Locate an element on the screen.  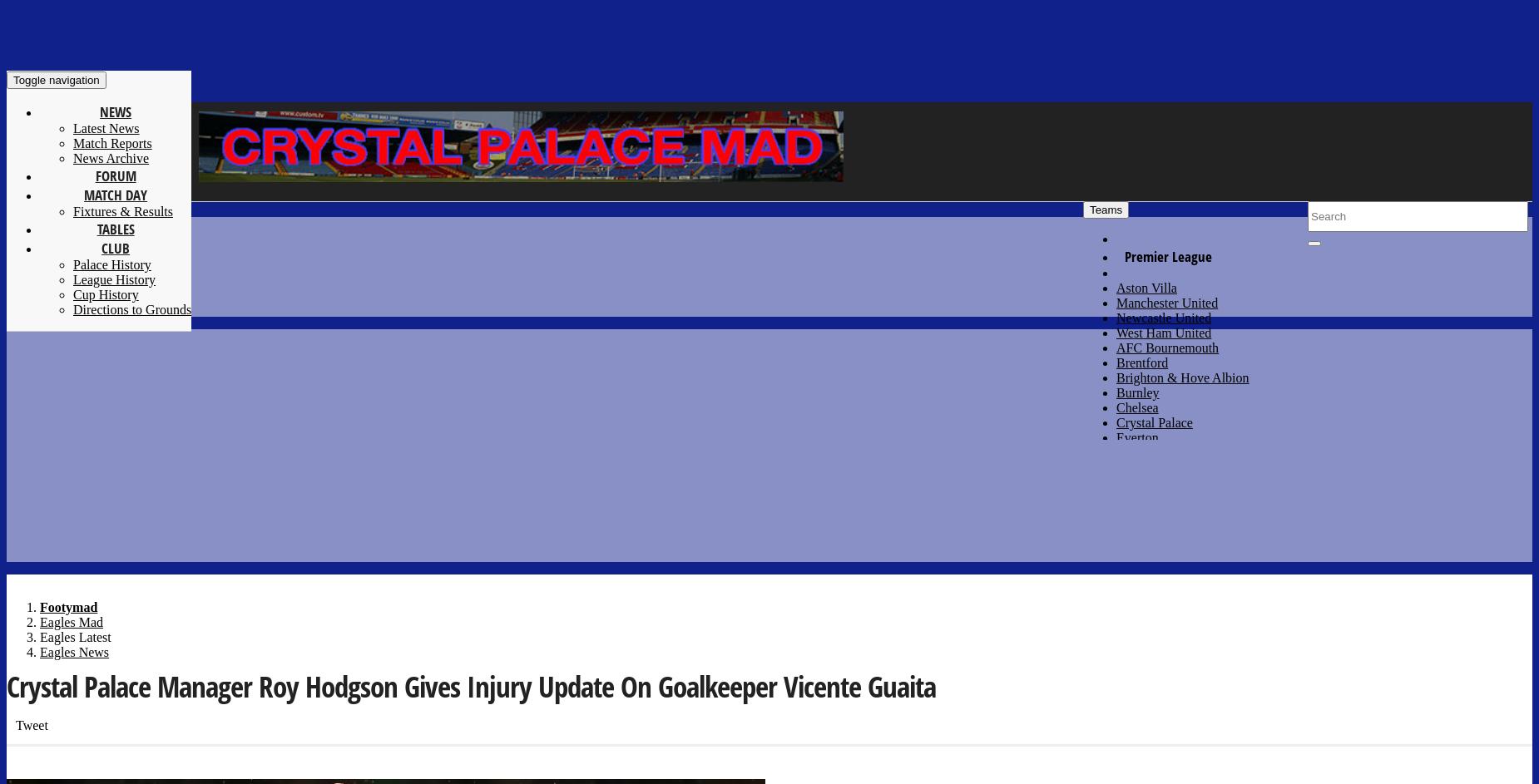
'Premier League News' is located at coordinates (1324, 64).